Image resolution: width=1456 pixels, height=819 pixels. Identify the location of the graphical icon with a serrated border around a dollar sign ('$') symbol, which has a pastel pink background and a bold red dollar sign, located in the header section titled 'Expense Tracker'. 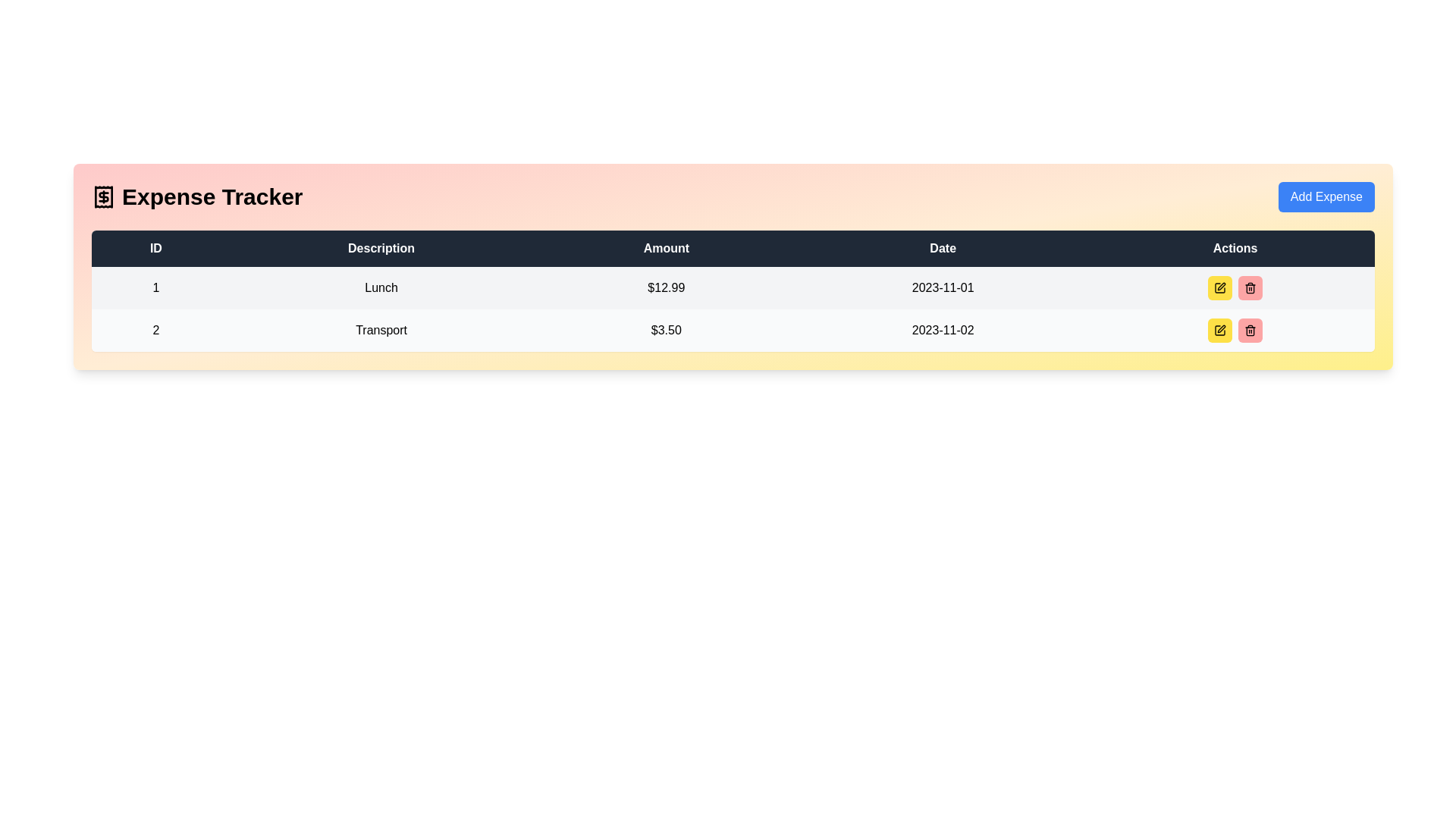
(103, 196).